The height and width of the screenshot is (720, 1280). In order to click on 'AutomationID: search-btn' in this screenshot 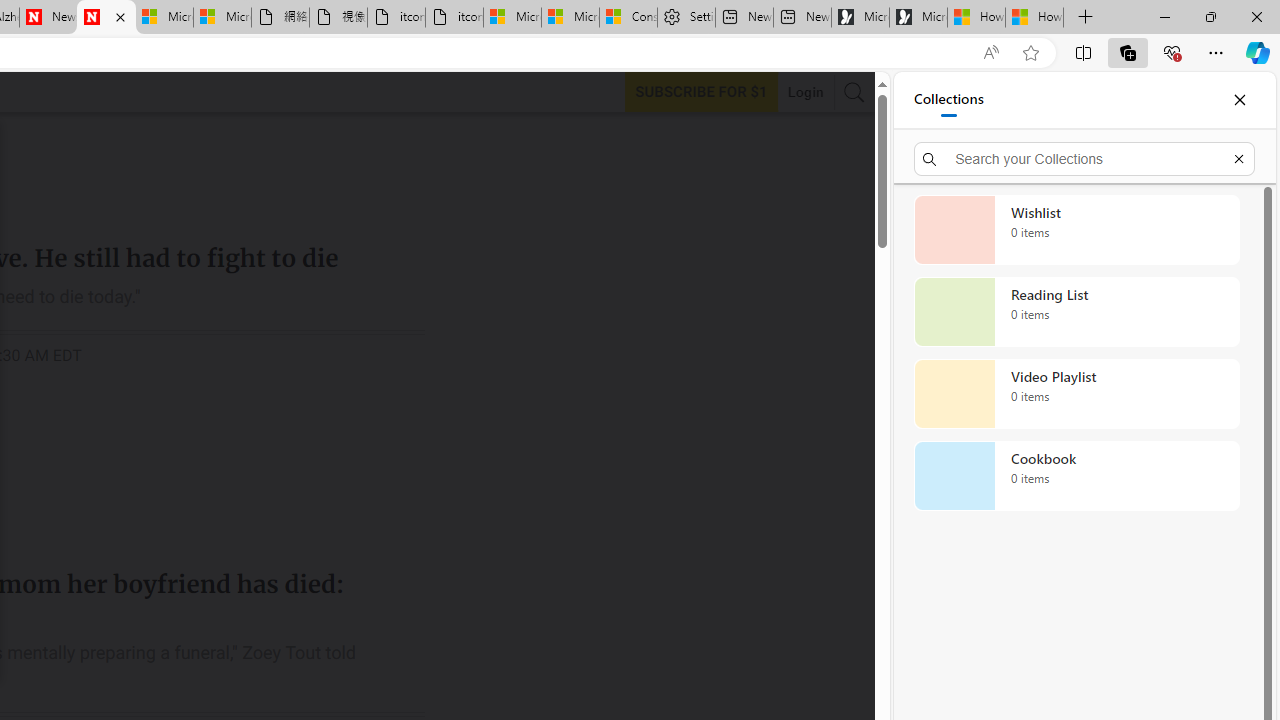, I will do `click(855, 92)`.